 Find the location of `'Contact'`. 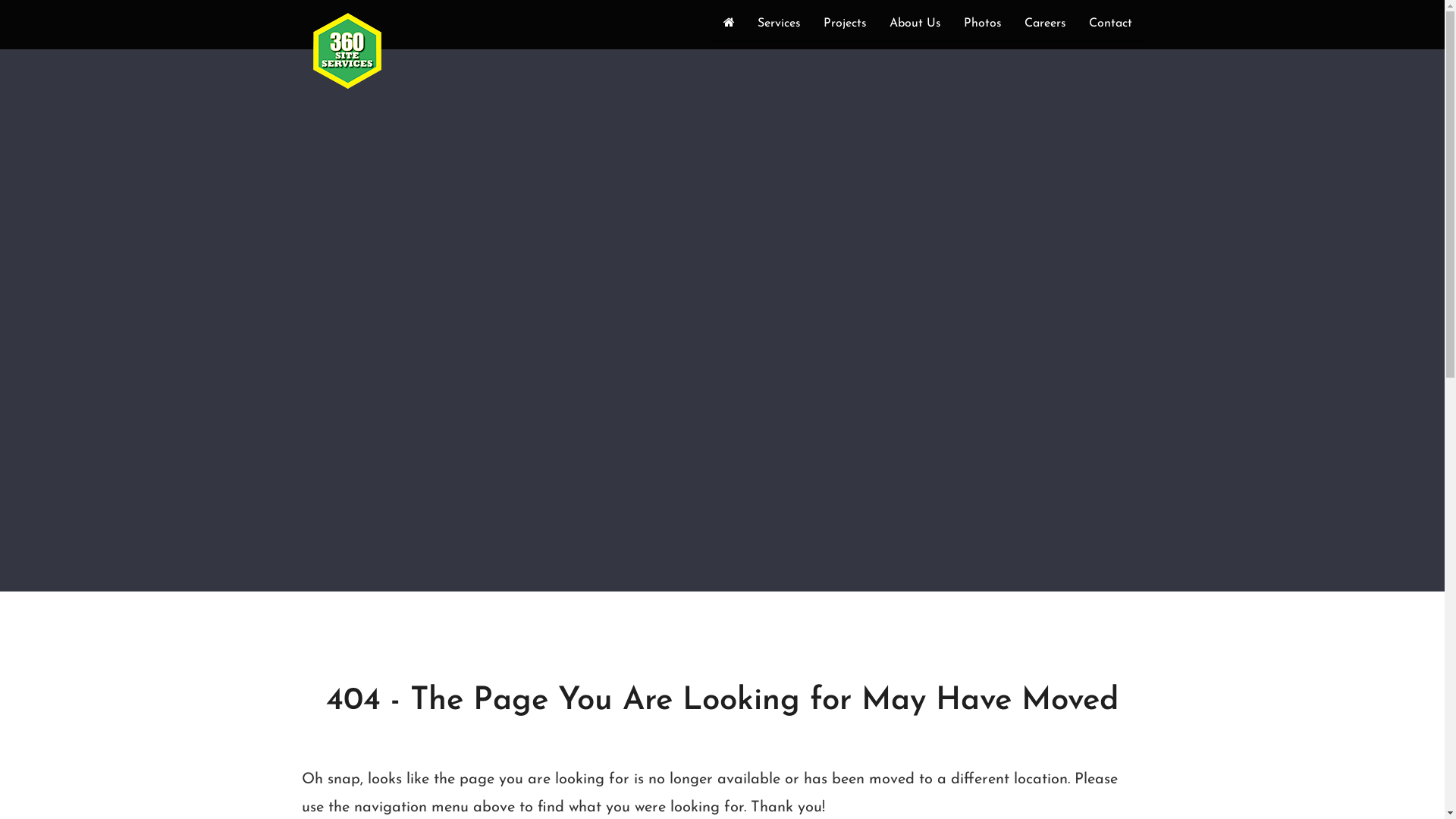

'Contact' is located at coordinates (1109, 25).